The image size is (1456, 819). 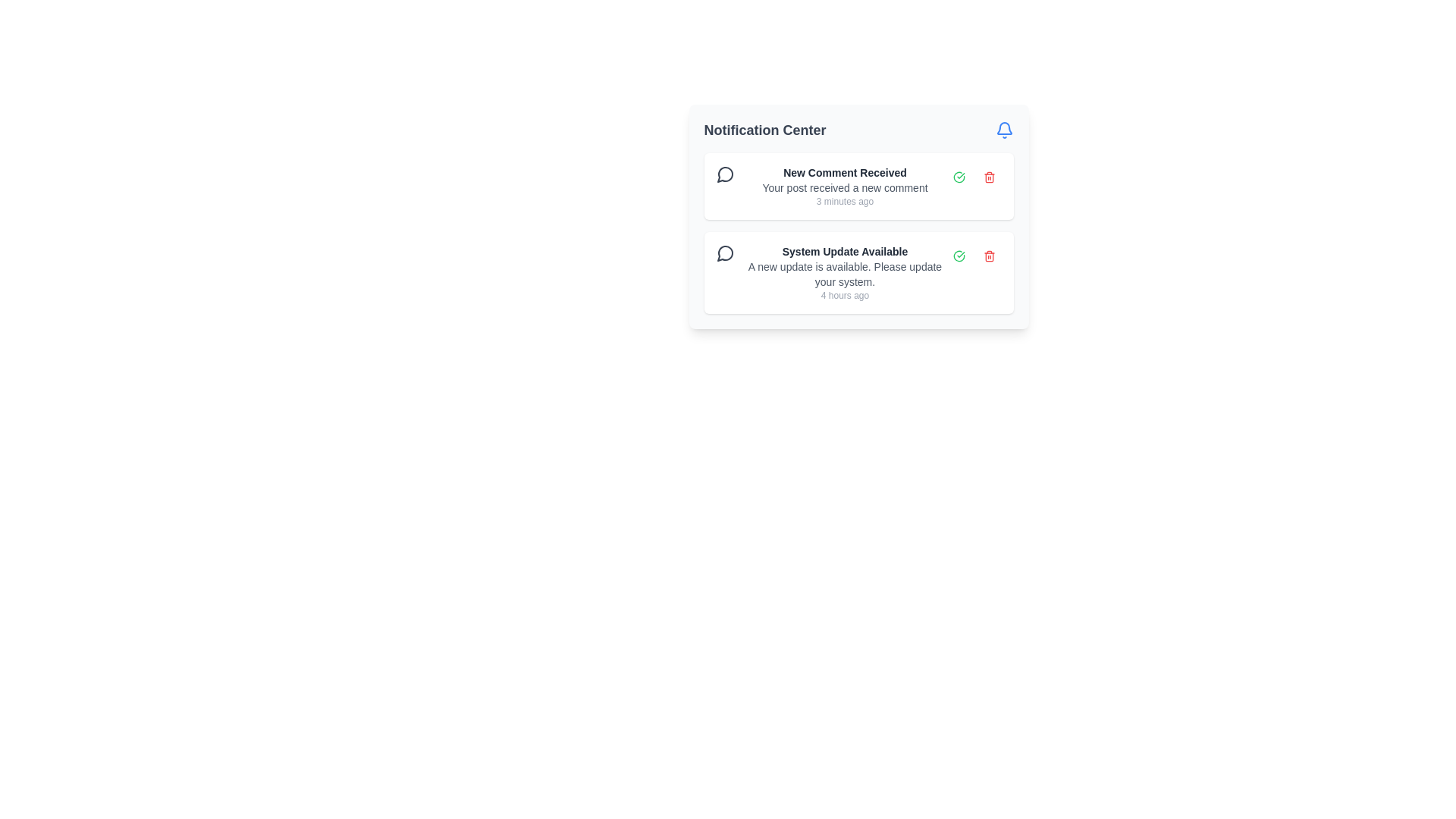 What do you see at coordinates (974, 256) in the screenshot?
I see `the group of two action buttons with icons for the 'System Update Available' notification` at bounding box center [974, 256].